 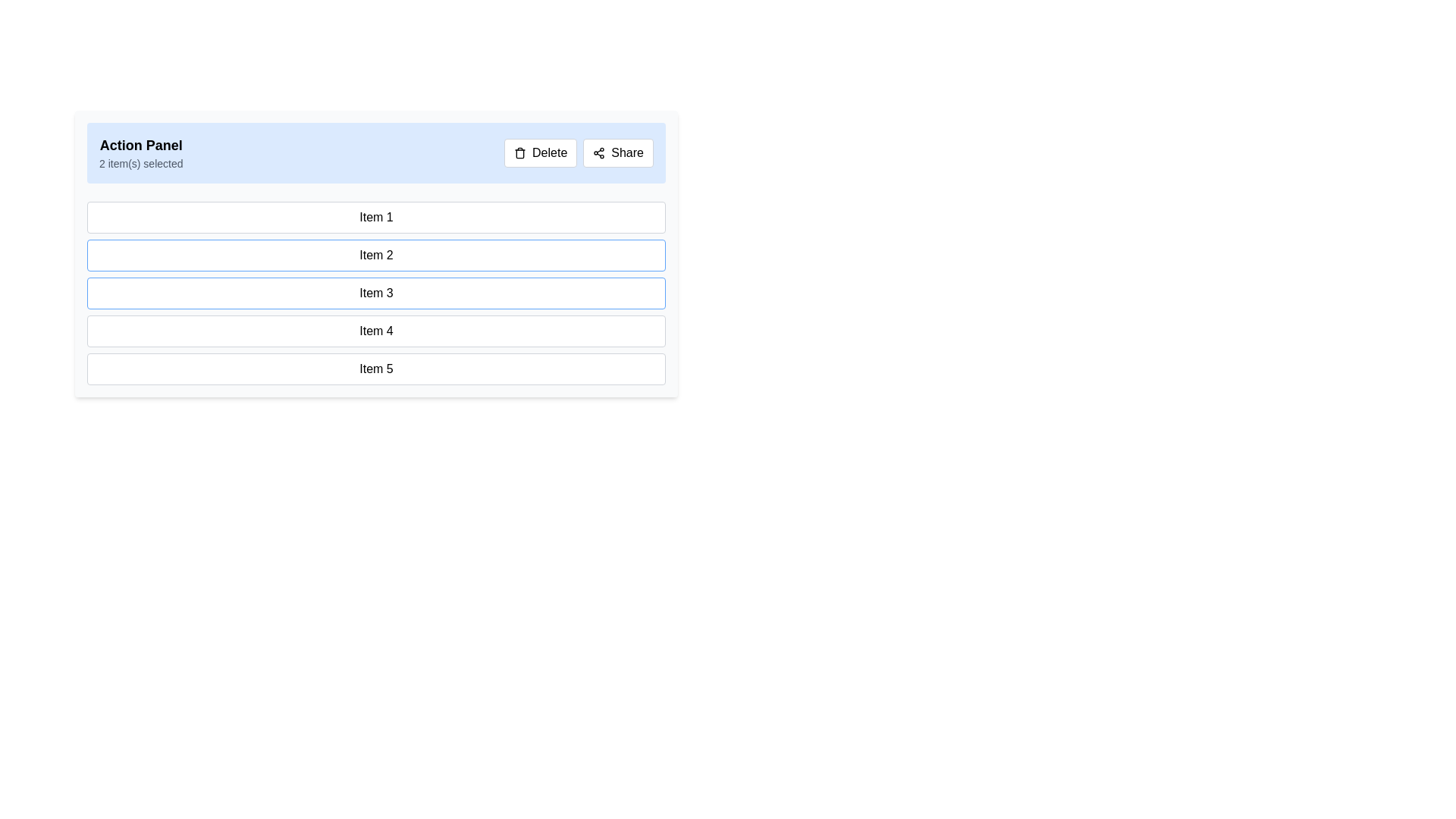 What do you see at coordinates (376, 330) in the screenshot?
I see `the selectable list item labeled 'Item 4'` at bounding box center [376, 330].